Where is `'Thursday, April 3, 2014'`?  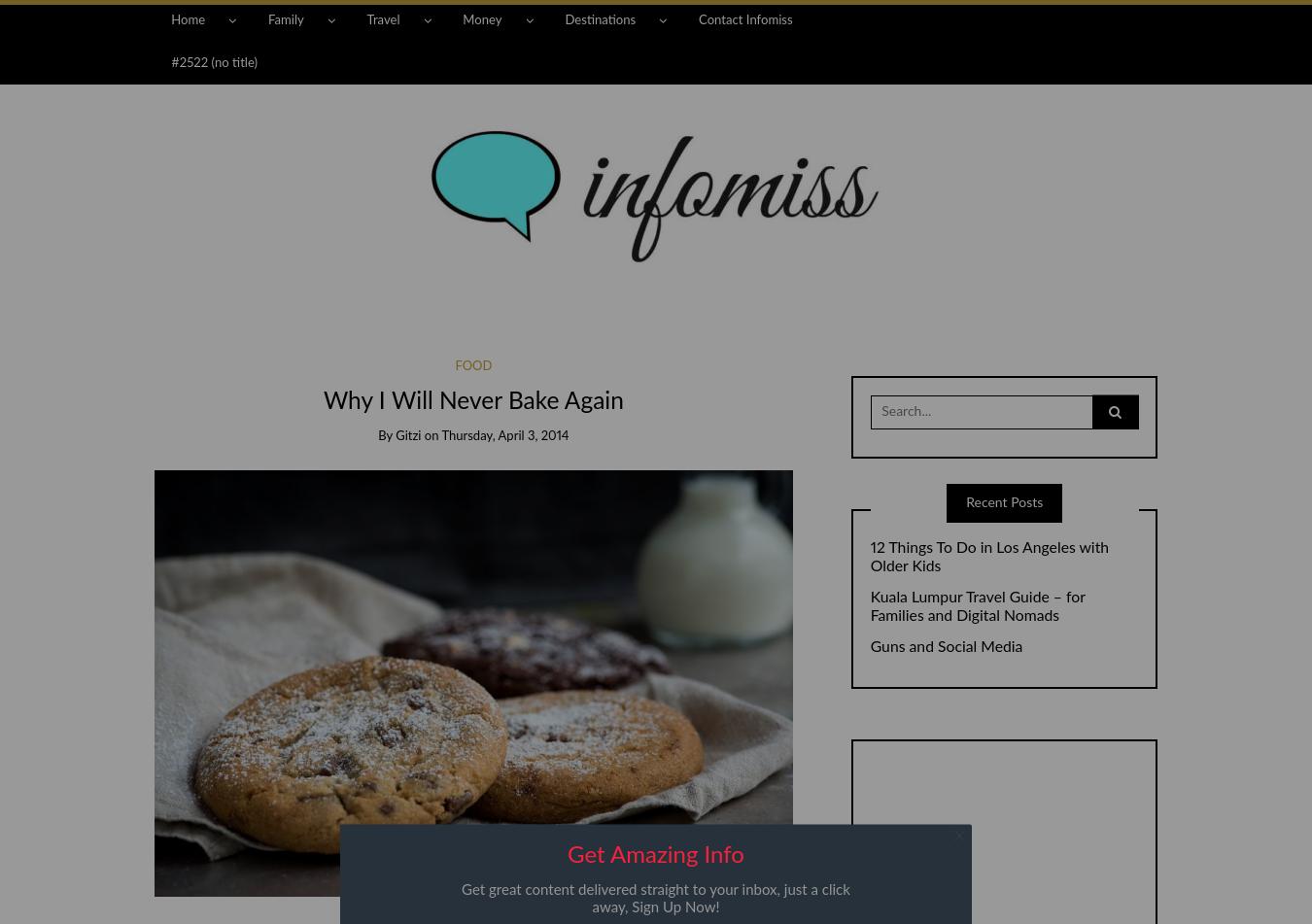 'Thursday, April 3, 2014' is located at coordinates (503, 436).